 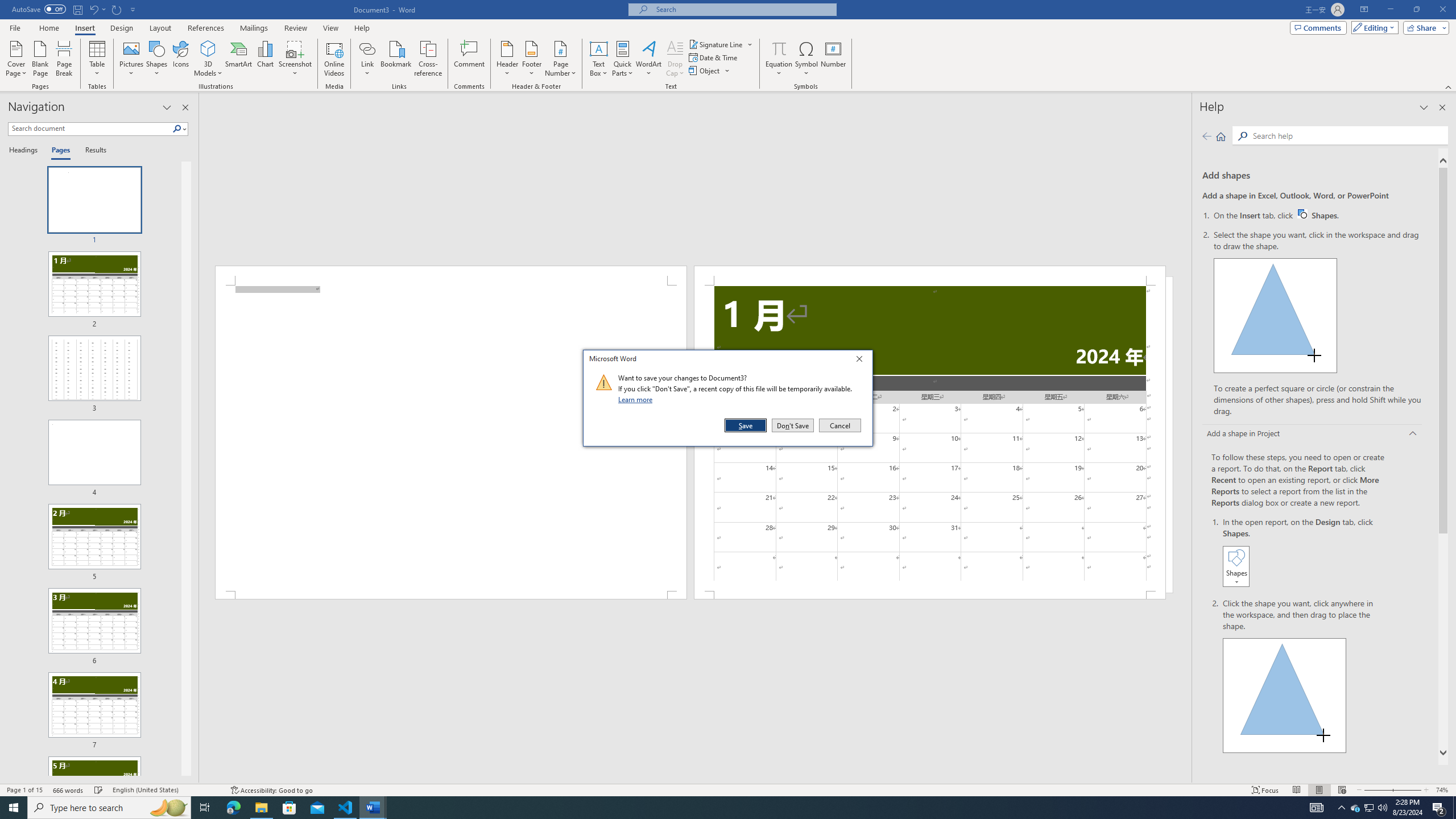 What do you see at coordinates (271, 790) in the screenshot?
I see `'Accessibility Checker Accessibility: Good to go'` at bounding box center [271, 790].